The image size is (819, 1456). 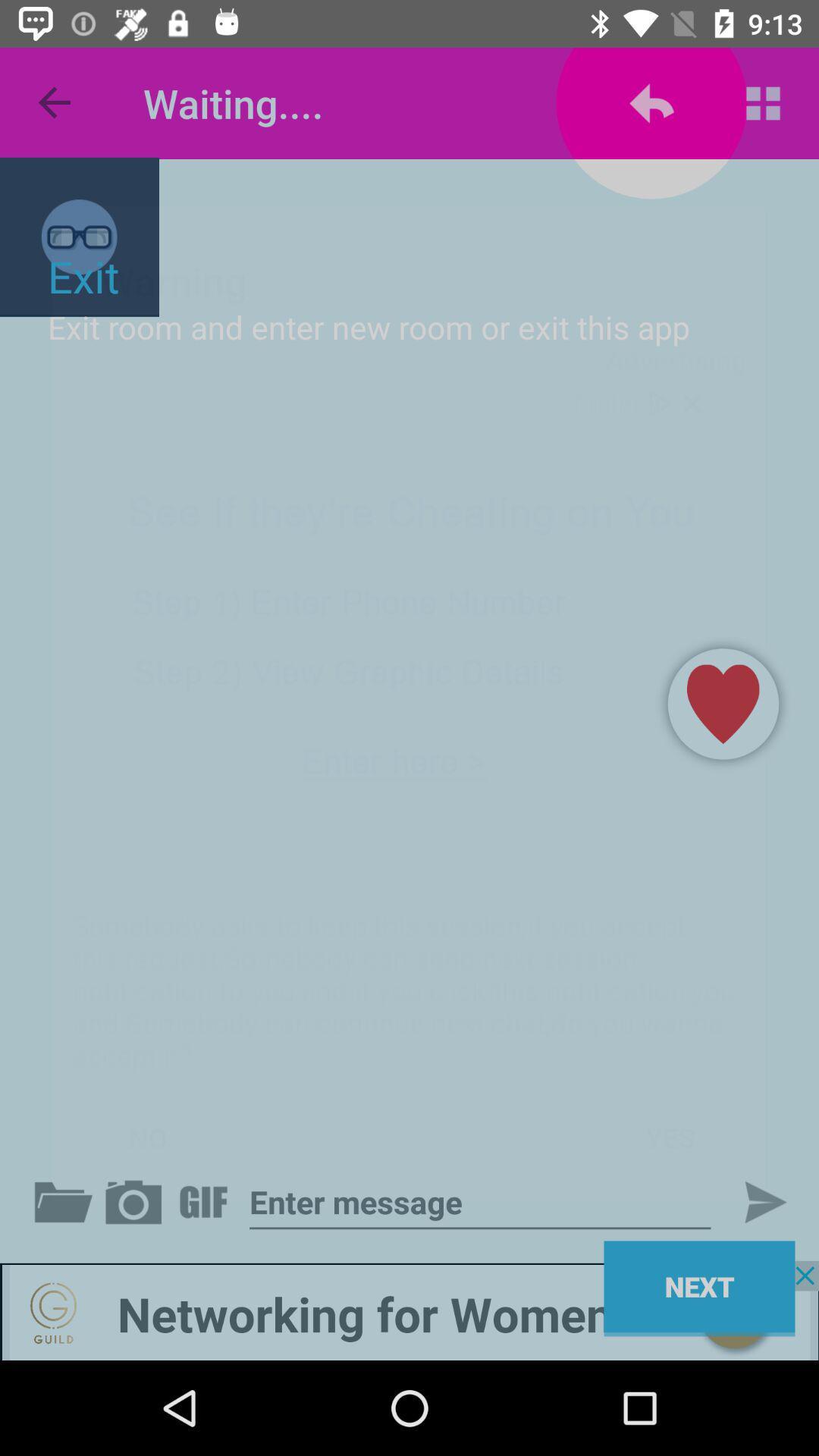 What do you see at coordinates (136, 1201) in the screenshot?
I see `go back` at bounding box center [136, 1201].